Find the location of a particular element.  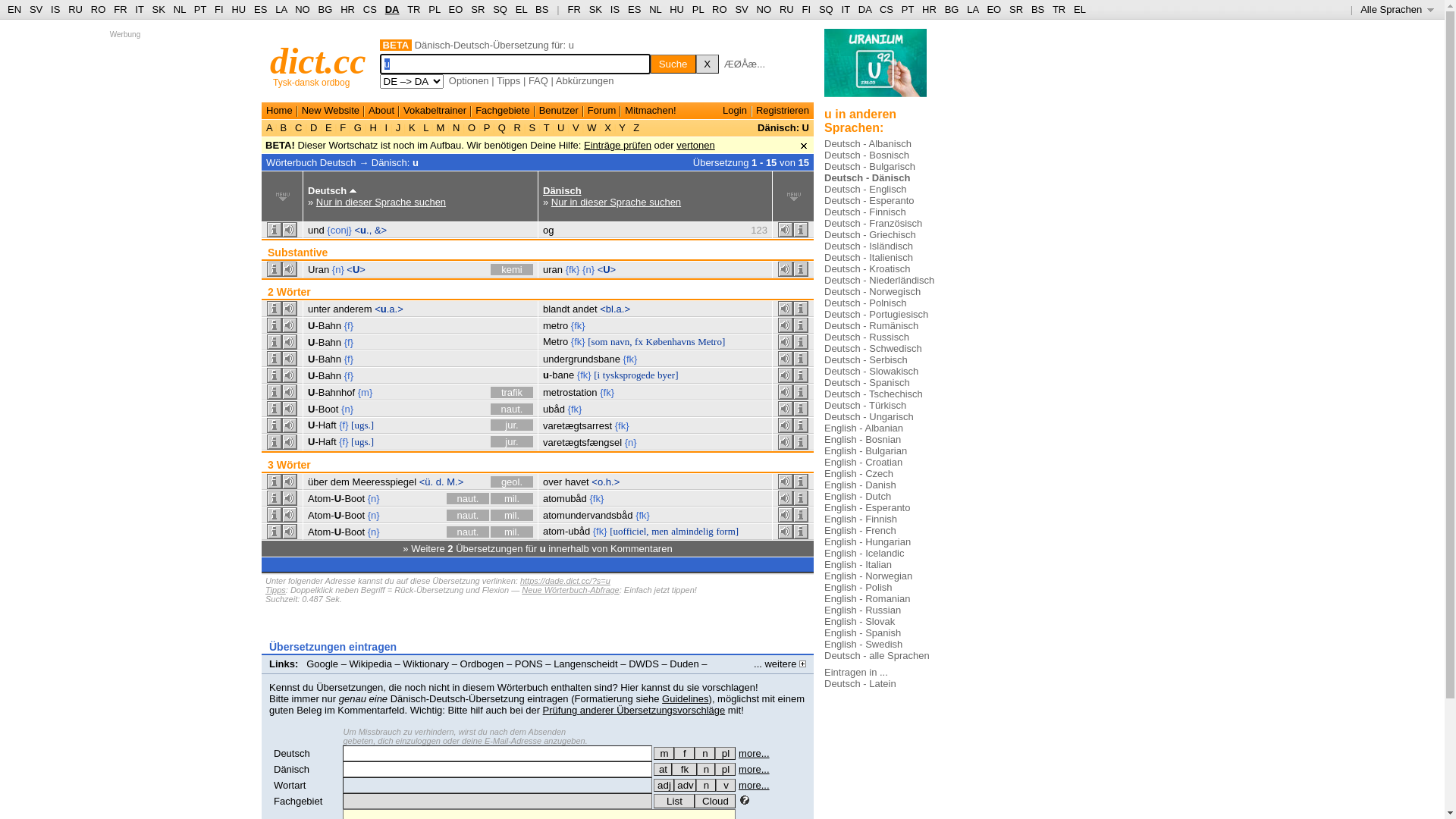

'Forum' is located at coordinates (601, 109).